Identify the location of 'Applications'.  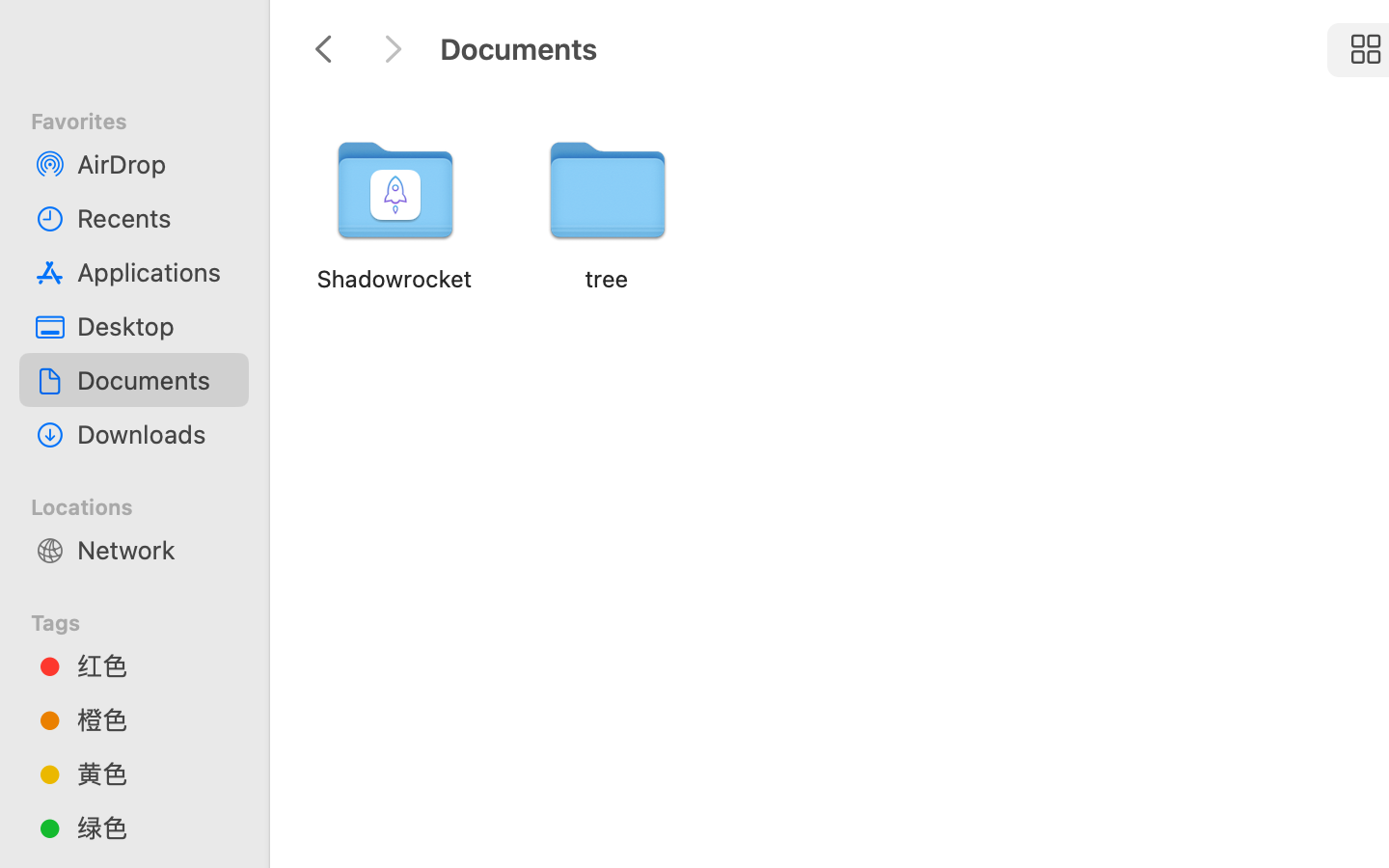
(153, 270).